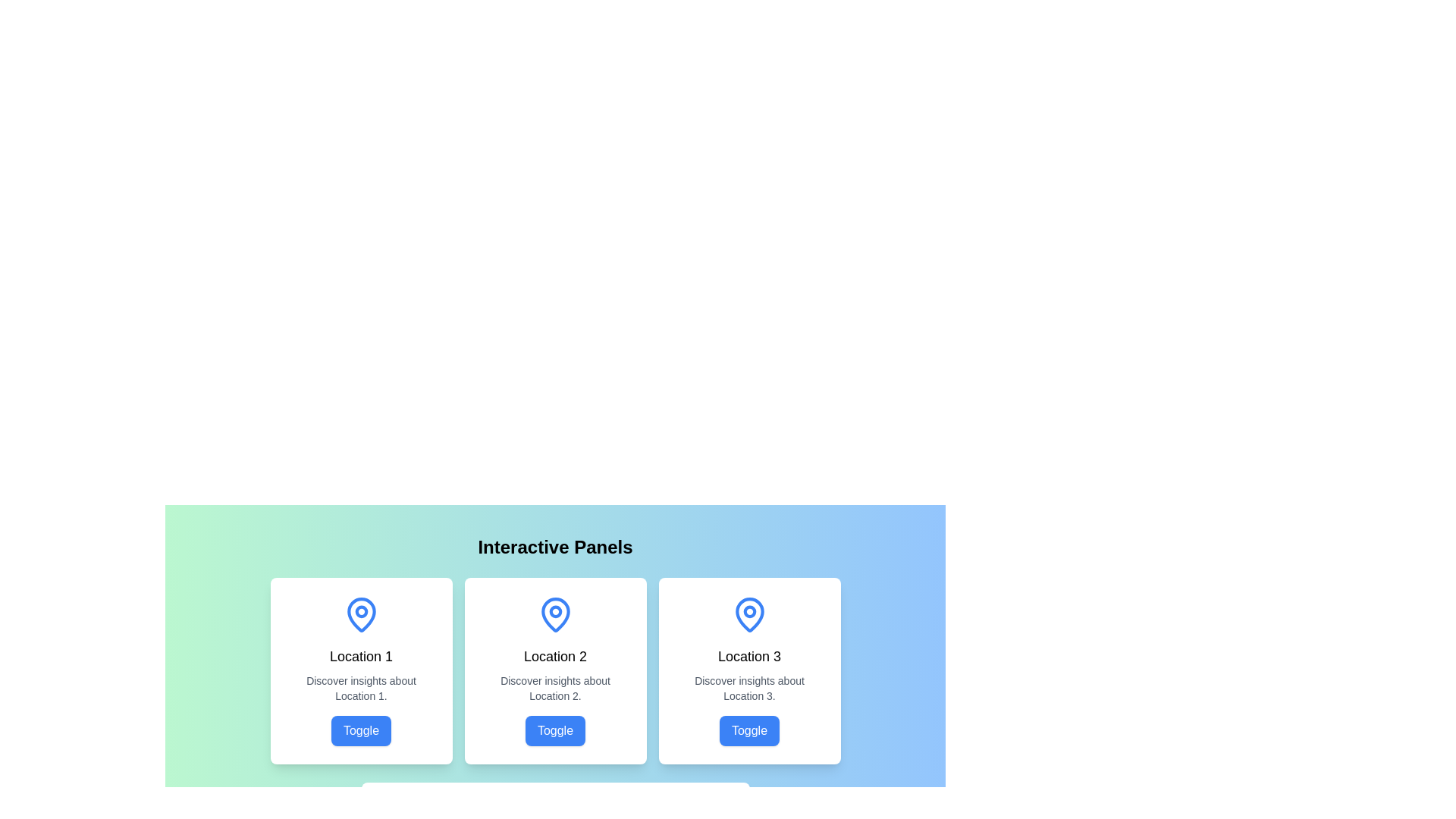 This screenshot has height=819, width=1456. Describe the element at coordinates (360, 656) in the screenshot. I see `static text label that serves as the title for the first panel in the card-like structure` at that location.